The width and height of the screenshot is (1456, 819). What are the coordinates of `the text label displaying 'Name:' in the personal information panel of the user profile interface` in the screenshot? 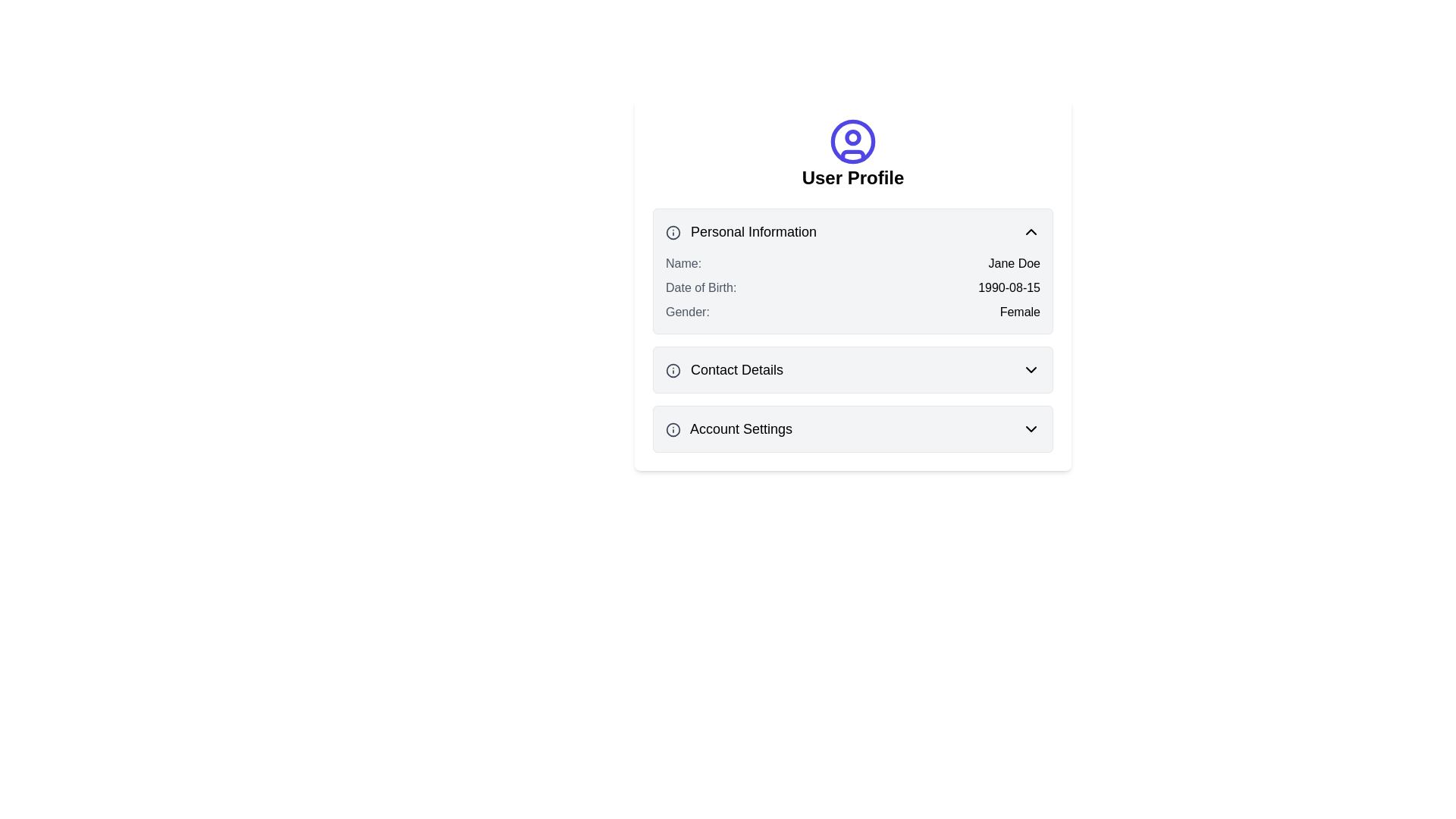 It's located at (682, 262).